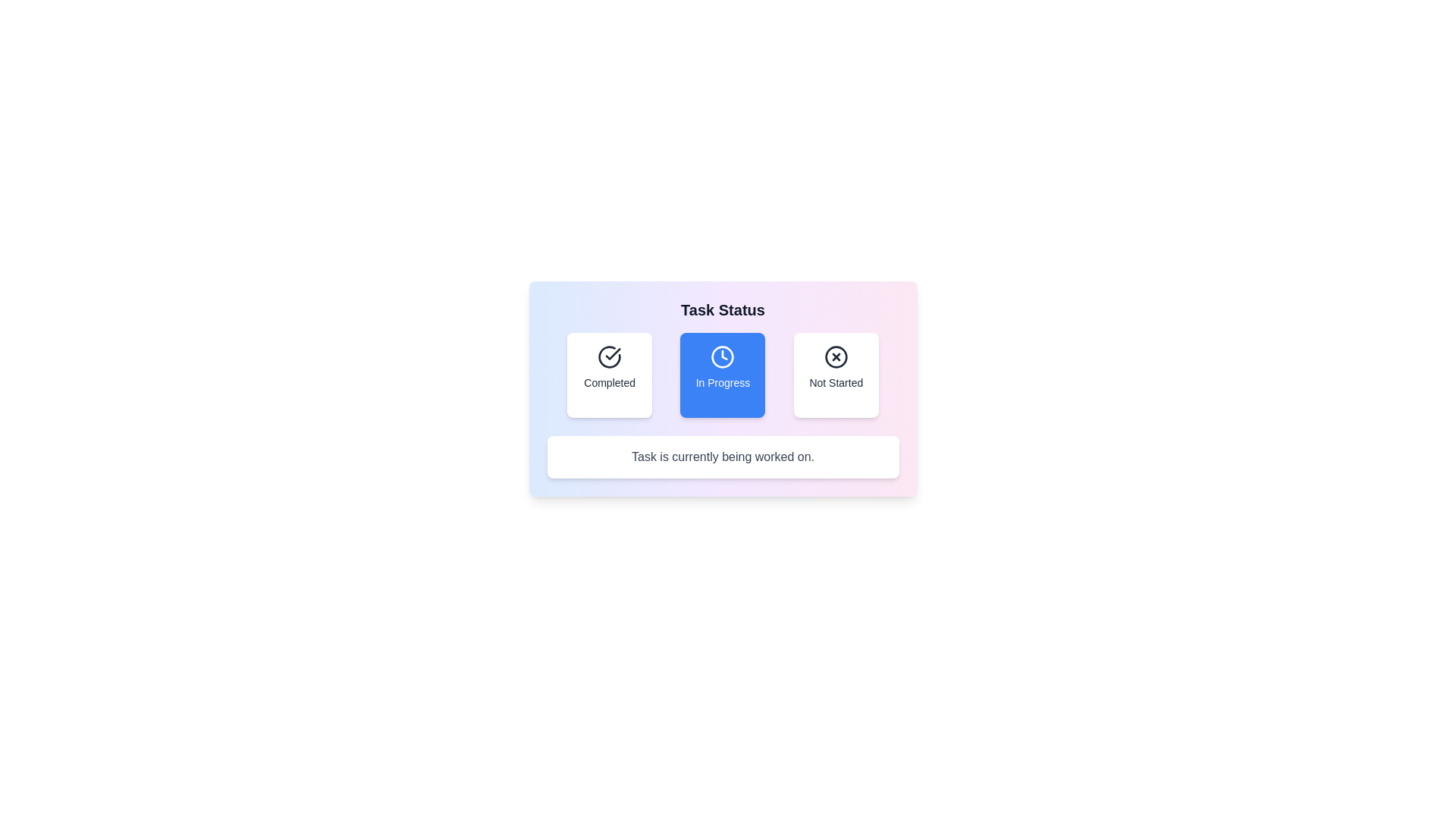  I want to click on the status button labeled Not Started, so click(835, 375).